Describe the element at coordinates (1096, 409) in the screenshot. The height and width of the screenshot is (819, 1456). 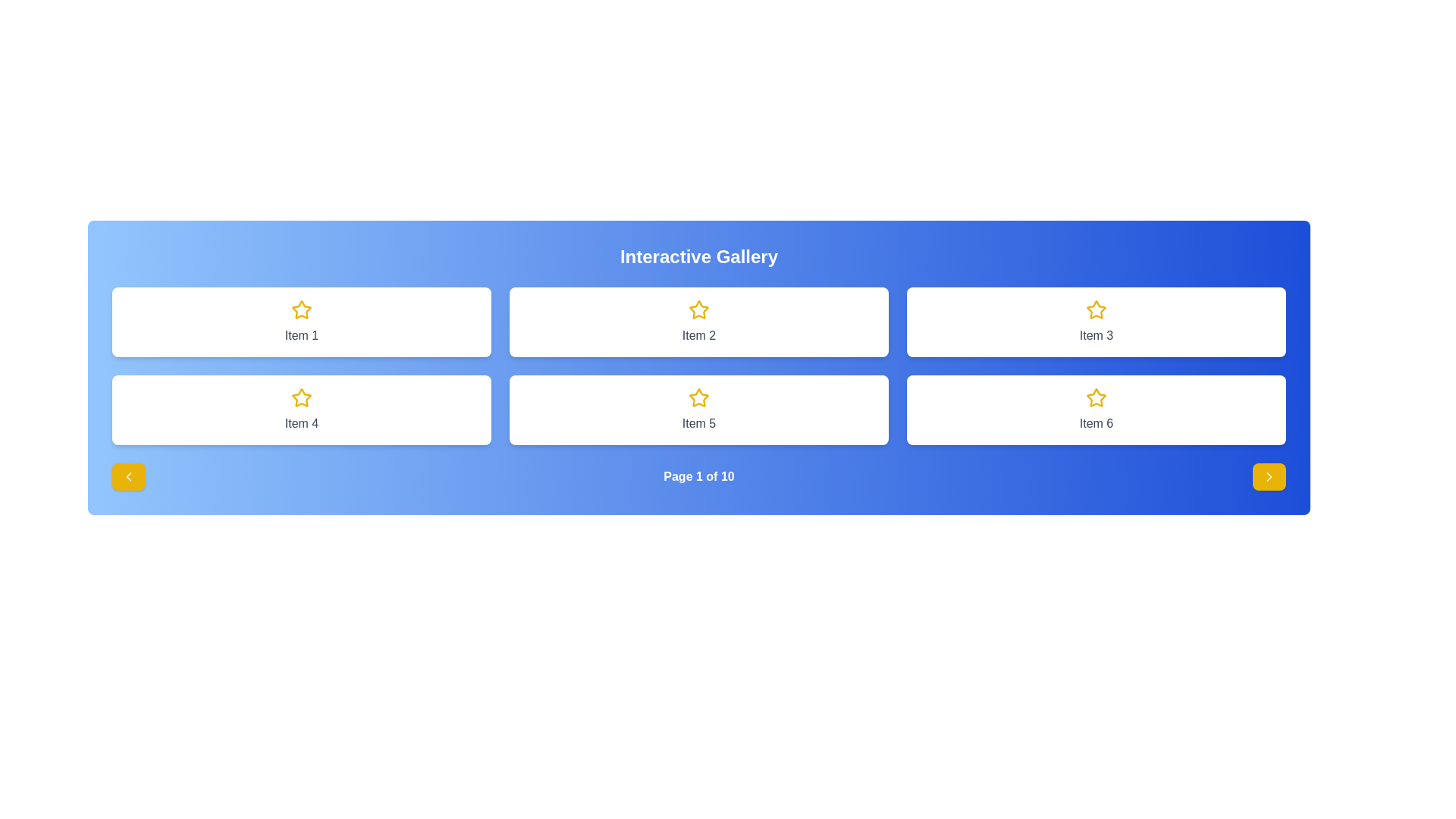
I see `the non-interactive card displaying the label 'Item 6', which is the rightmost card in the bottom row of a 3x2 grid layout` at that location.